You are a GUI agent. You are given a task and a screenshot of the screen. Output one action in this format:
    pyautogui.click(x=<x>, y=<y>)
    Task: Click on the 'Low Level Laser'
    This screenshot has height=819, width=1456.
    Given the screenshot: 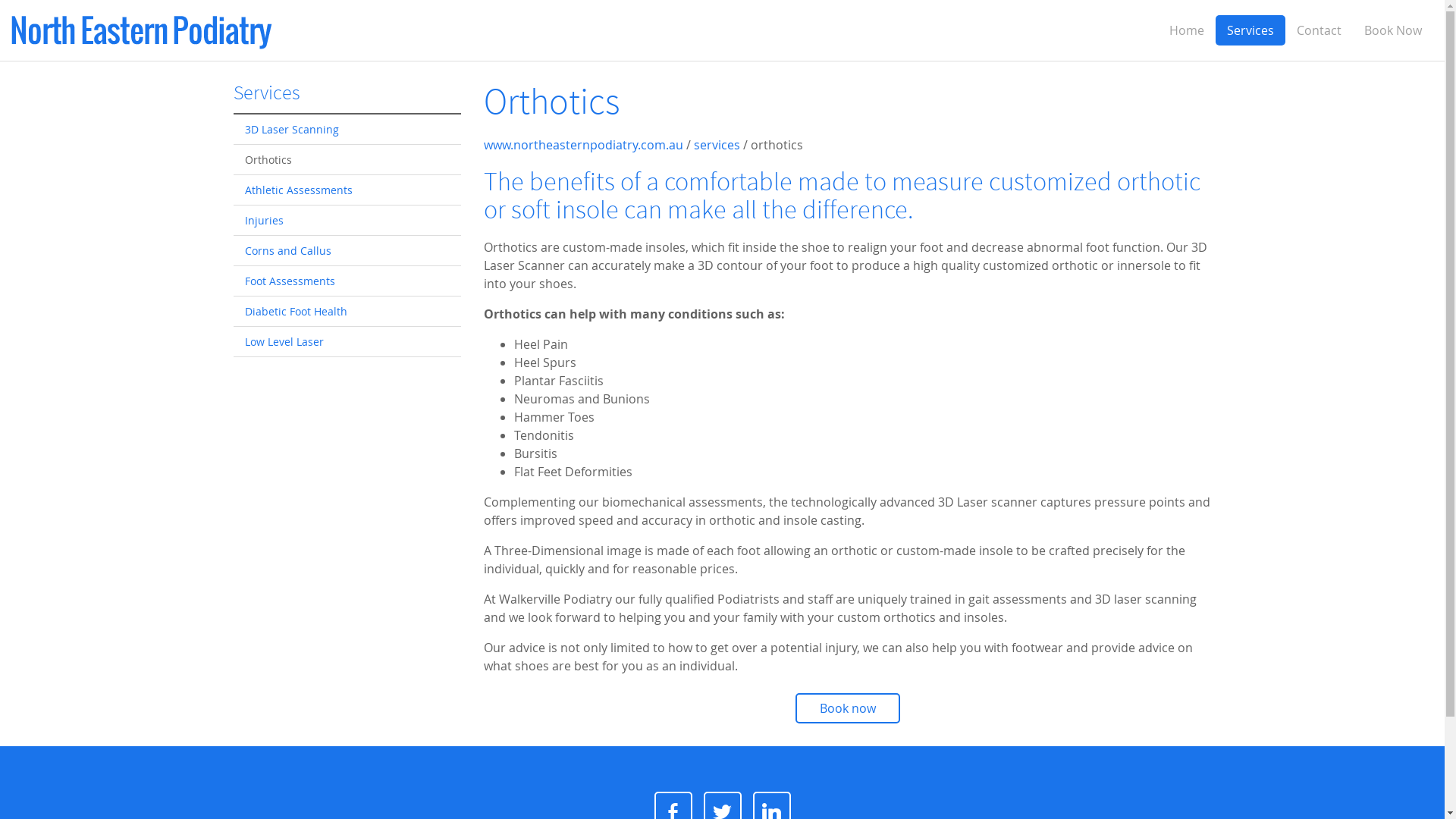 What is the action you would take?
    pyautogui.click(x=346, y=342)
    